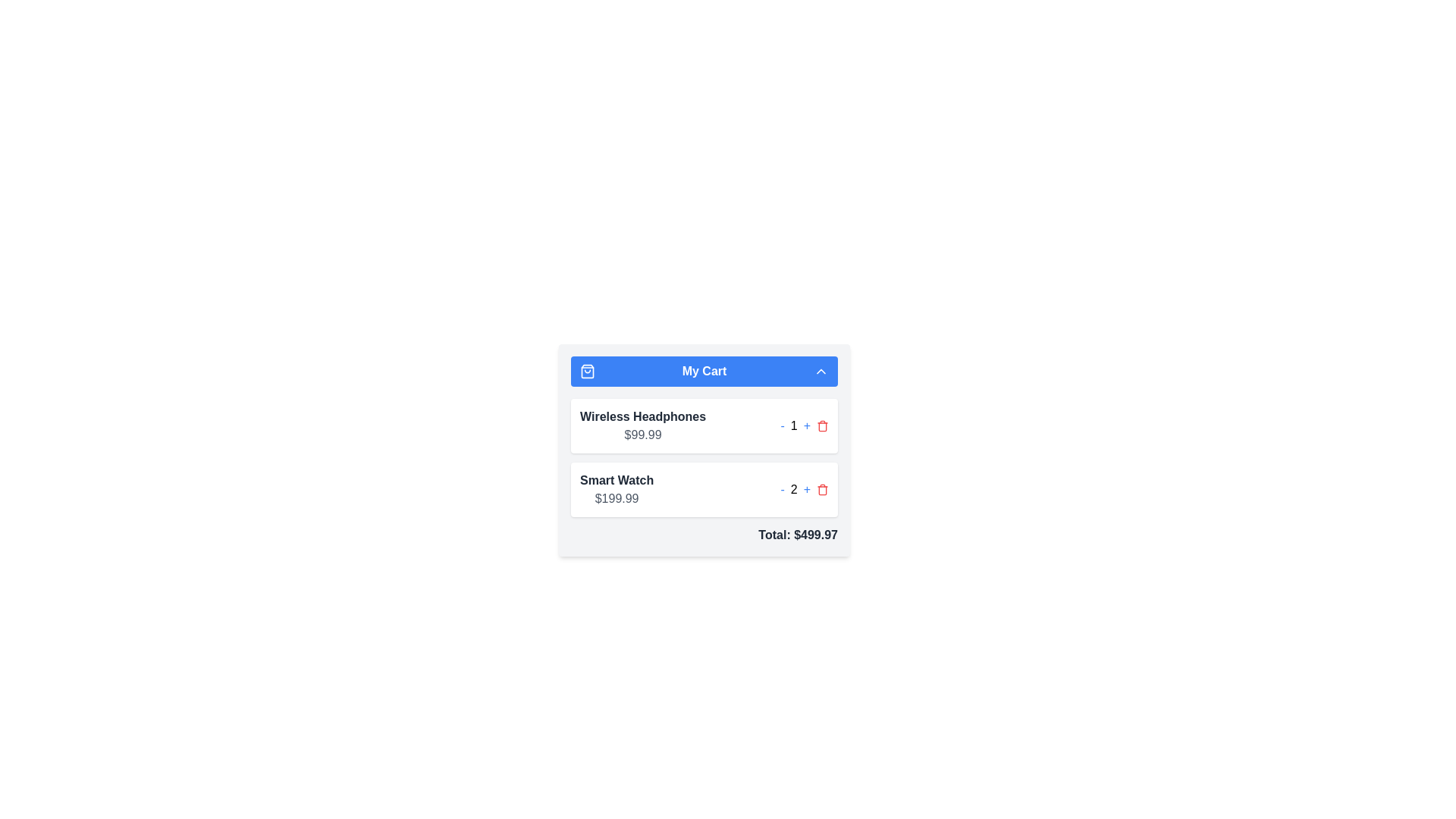  Describe the element at coordinates (793, 489) in the screenshot. I see `the numeric character '2' displayed` at that location.